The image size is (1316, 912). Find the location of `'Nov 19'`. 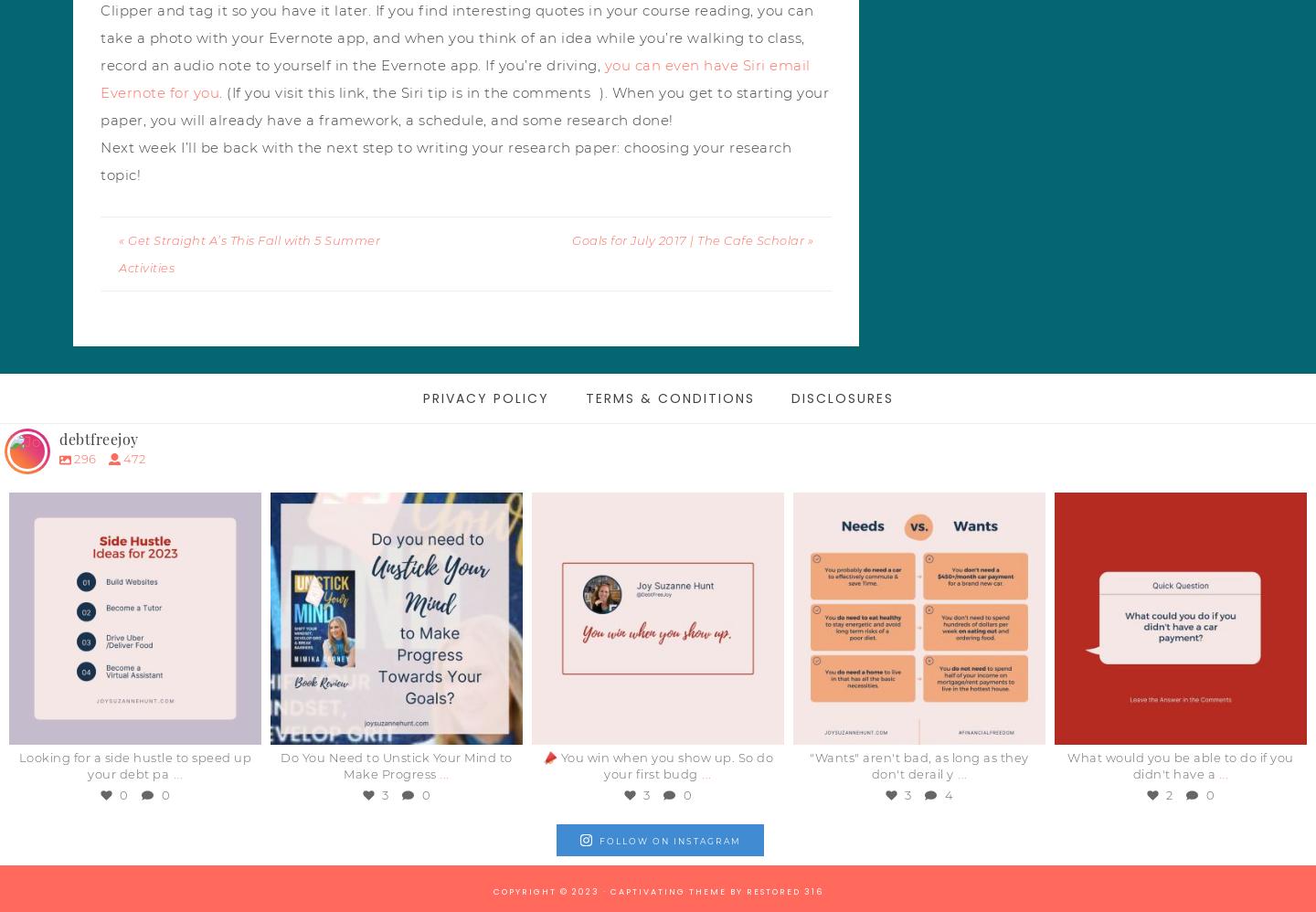

'Nov 19' is located at coordinates (1185, 723).